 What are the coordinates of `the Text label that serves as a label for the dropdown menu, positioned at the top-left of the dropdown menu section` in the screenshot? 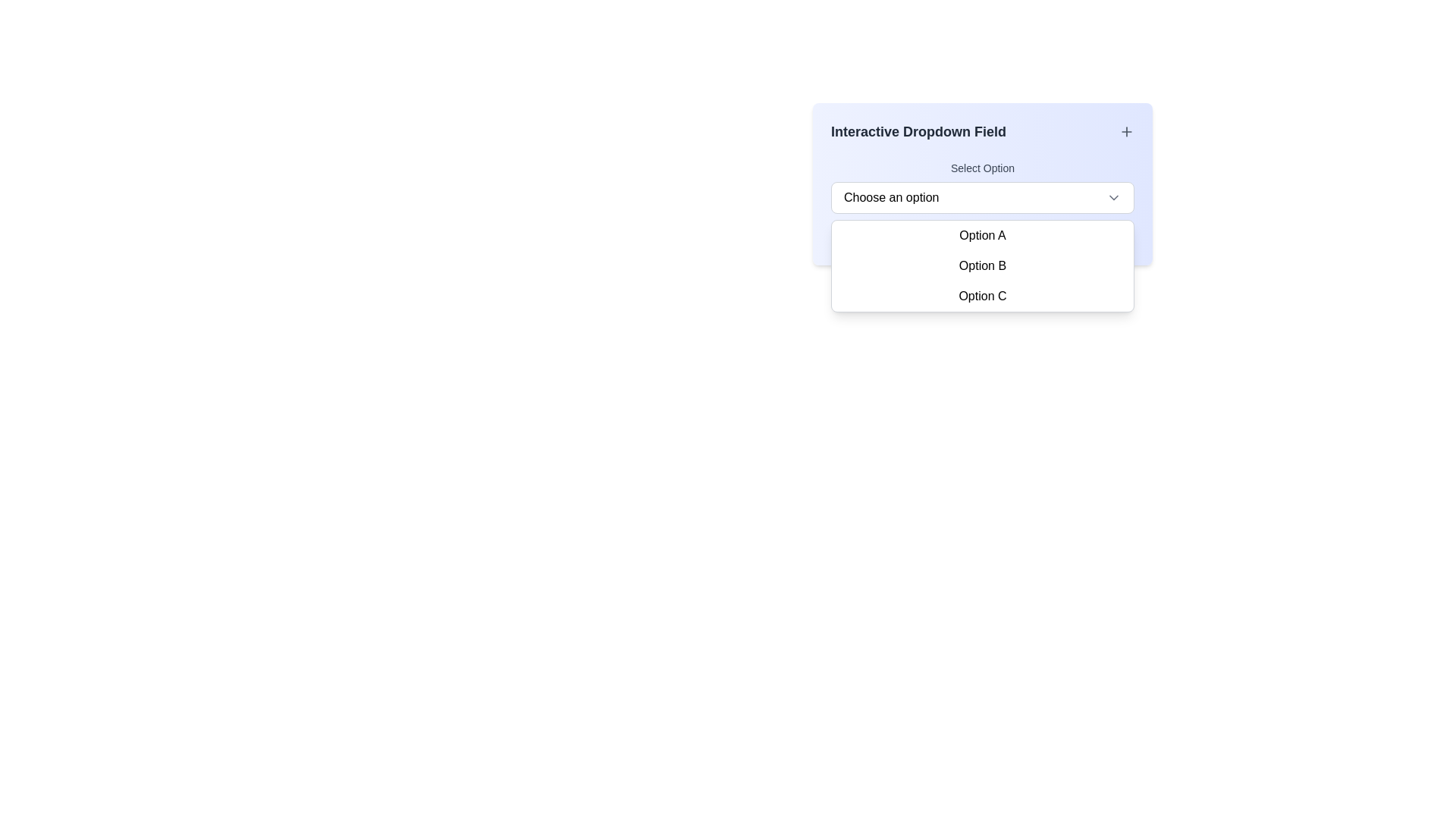 It's located at (983, 168).